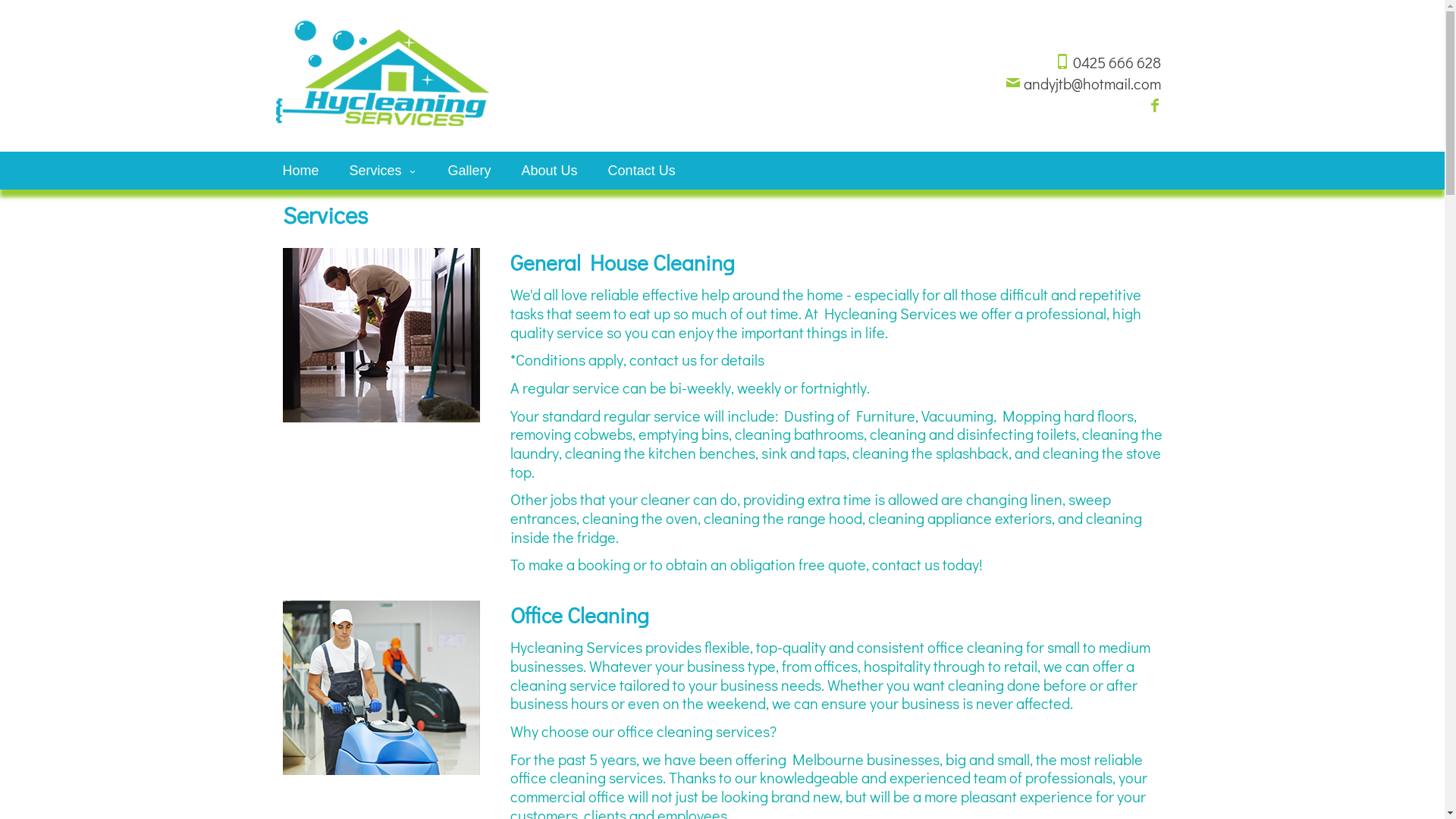  I want to click on 'Gallery', so click(469, 170).